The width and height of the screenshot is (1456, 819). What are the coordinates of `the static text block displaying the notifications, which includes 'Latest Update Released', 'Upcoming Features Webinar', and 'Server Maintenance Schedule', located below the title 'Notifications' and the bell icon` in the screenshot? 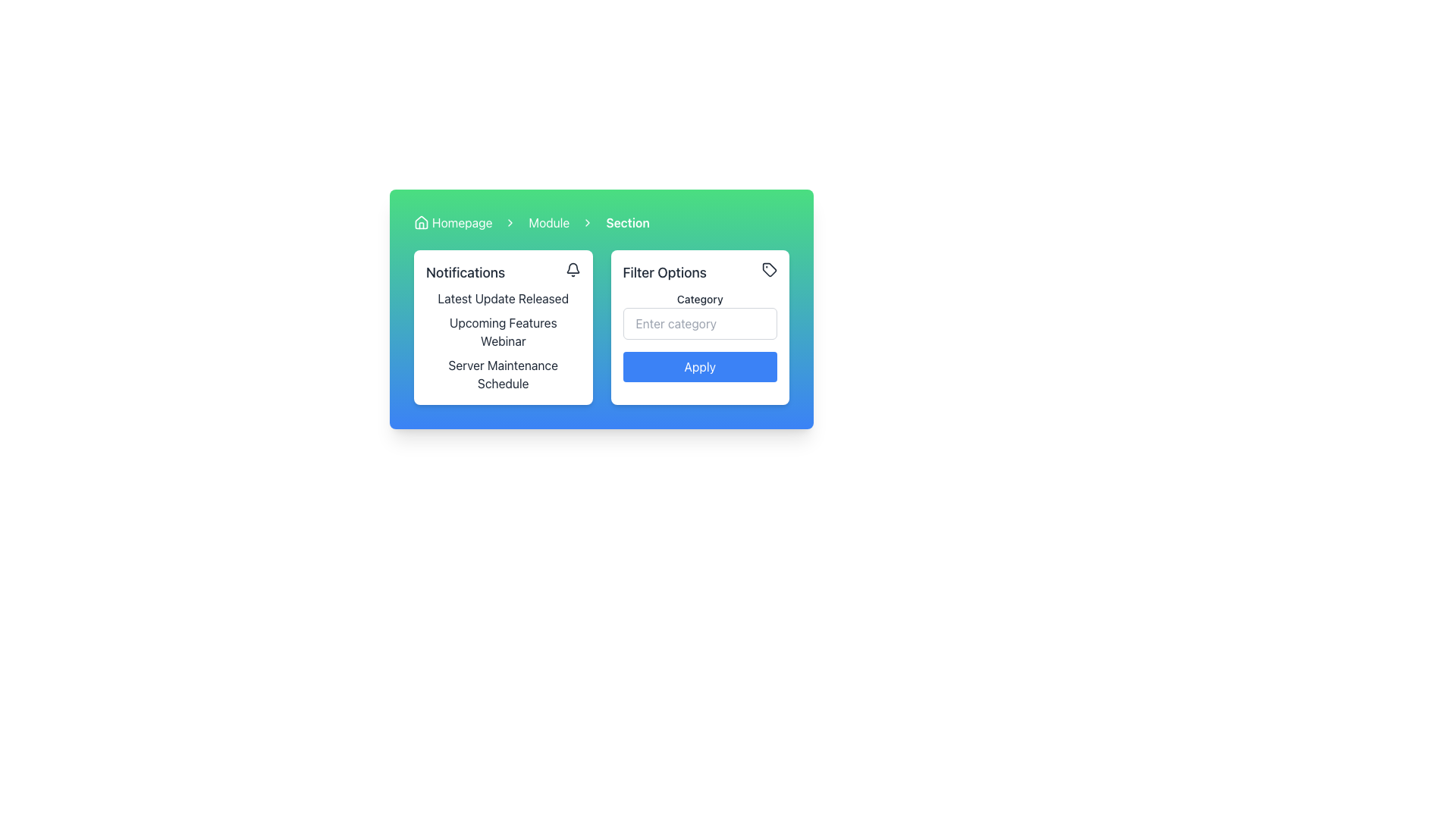 It's located at (503, 341).